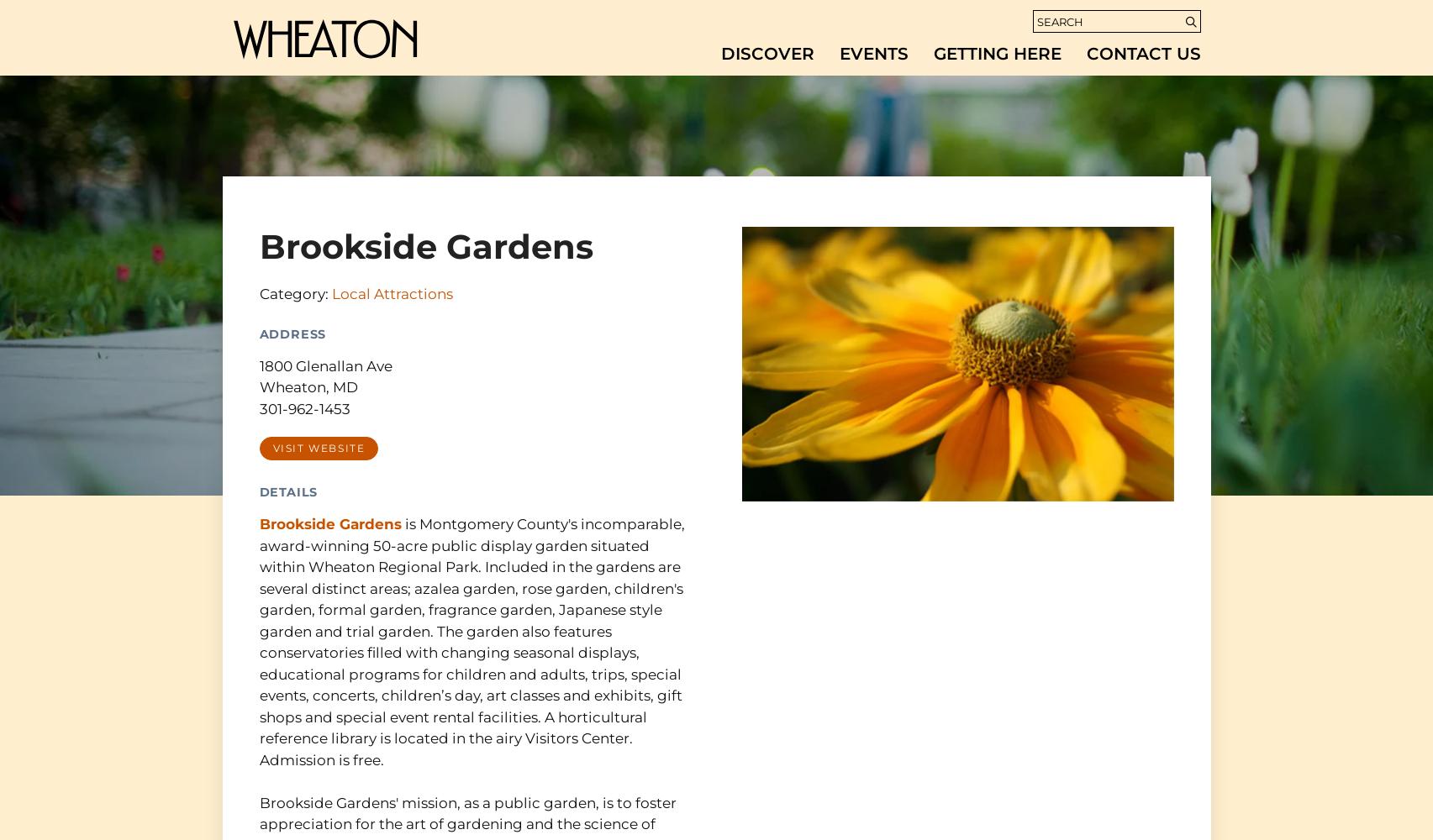 The image size is (1433, 840). I want to click on 'Wheaton, MD', so click(307, 386).